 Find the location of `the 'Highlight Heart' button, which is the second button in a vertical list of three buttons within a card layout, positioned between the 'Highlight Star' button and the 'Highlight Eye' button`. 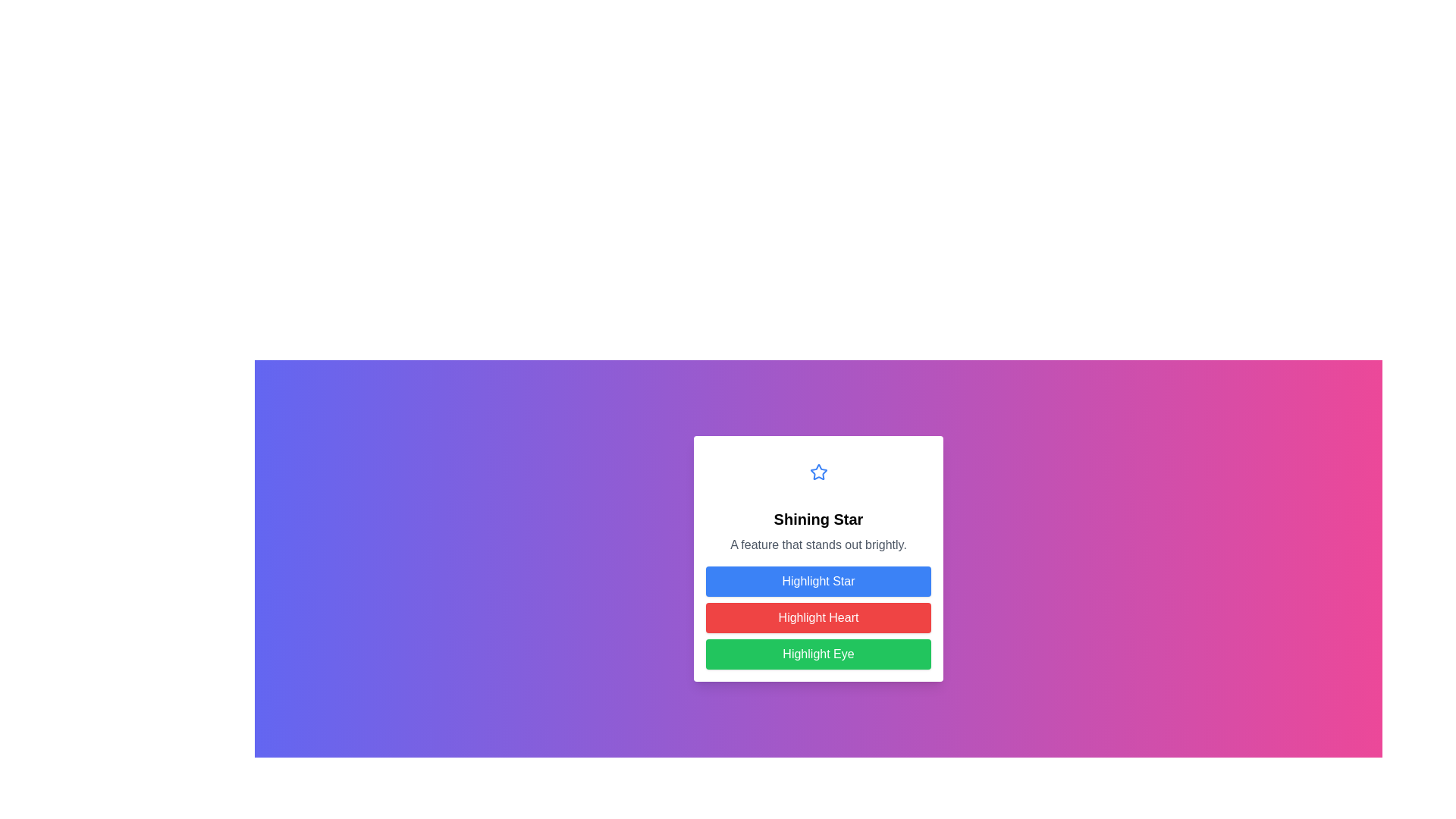

the 'Highlight Heart' button, which is the second button in a vertical list of three buttons within a card layout, positioned between the 'Highlight Star' button and the 'Highlight Eye' button is located at coordinates (817, 617).